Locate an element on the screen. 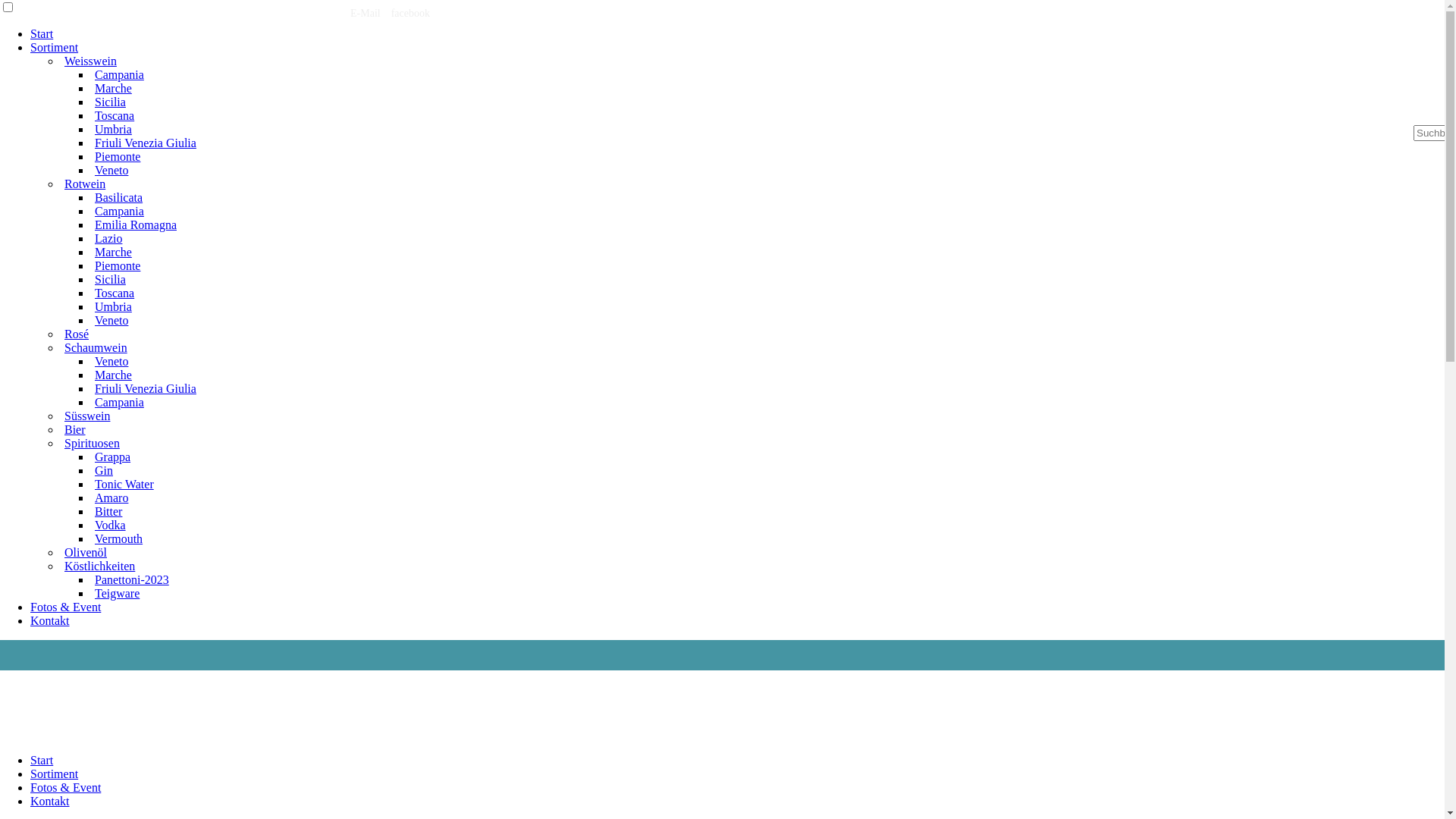 This screenshot has height=819, width=1456. ' ' is located at coordinates (344, 13).